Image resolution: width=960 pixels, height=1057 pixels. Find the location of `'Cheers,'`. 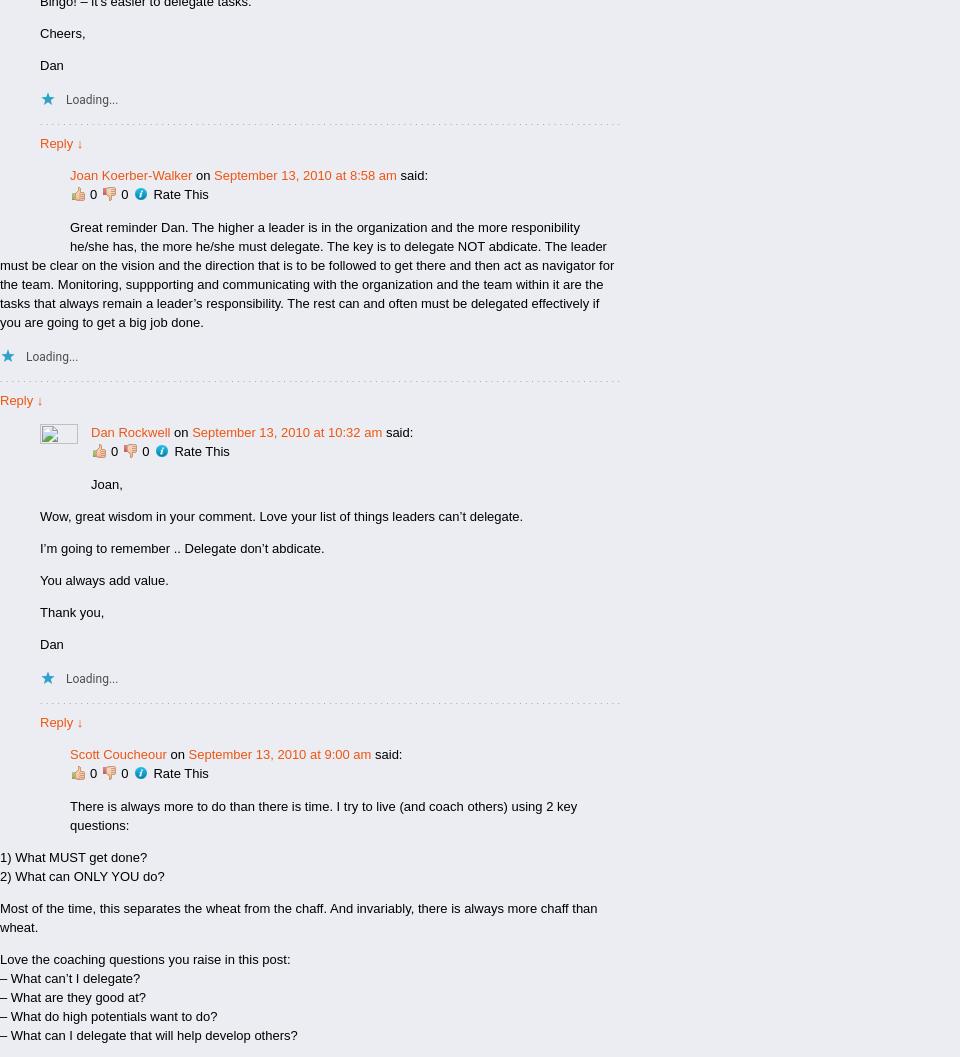

'Cheers,' is located at coordinates (62, 33).